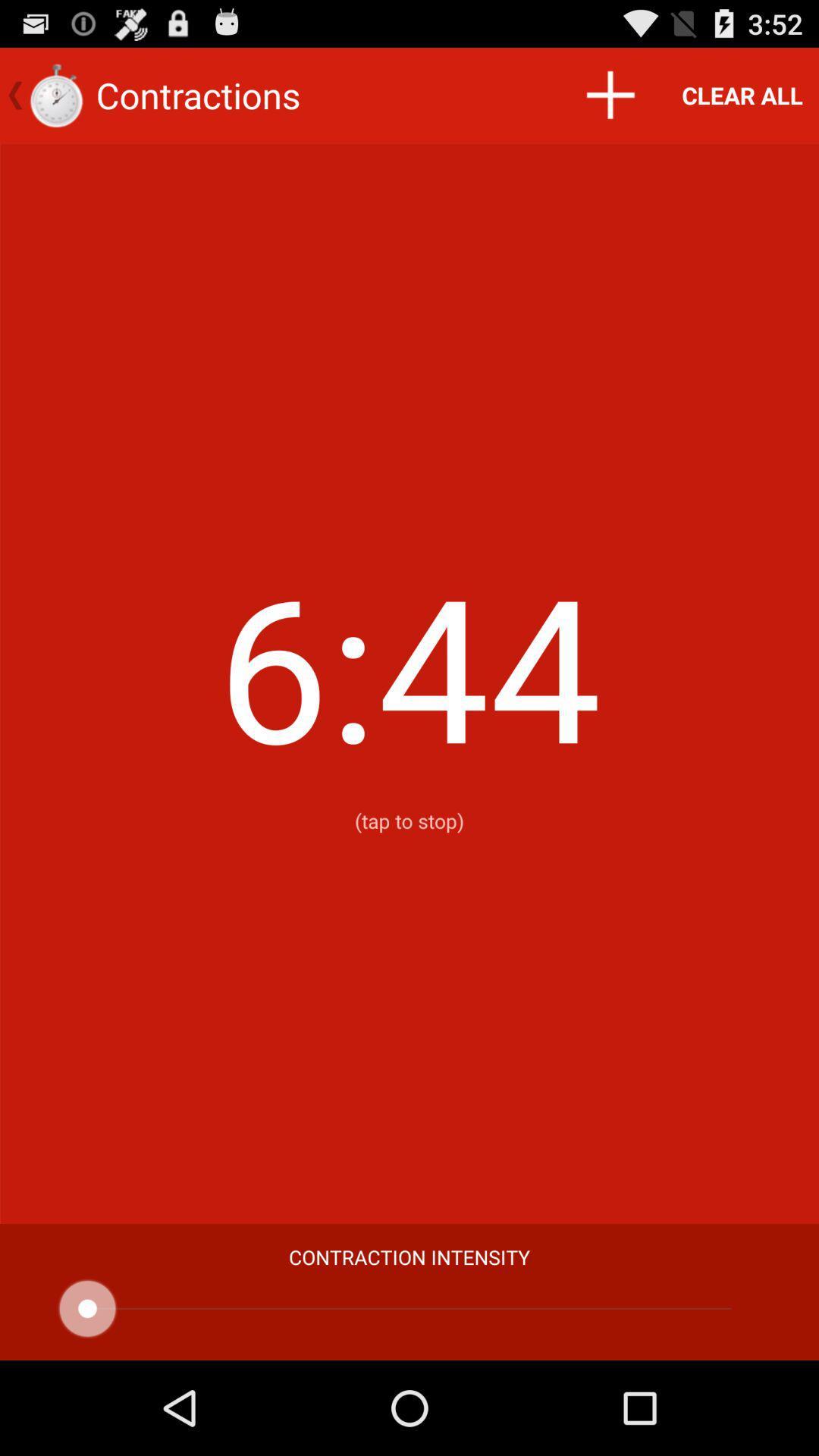 This screenshot has height=1456, width=819. Describe the element at coordinates (609, 94) in the screenshot. I see `plus symbol` at that location.